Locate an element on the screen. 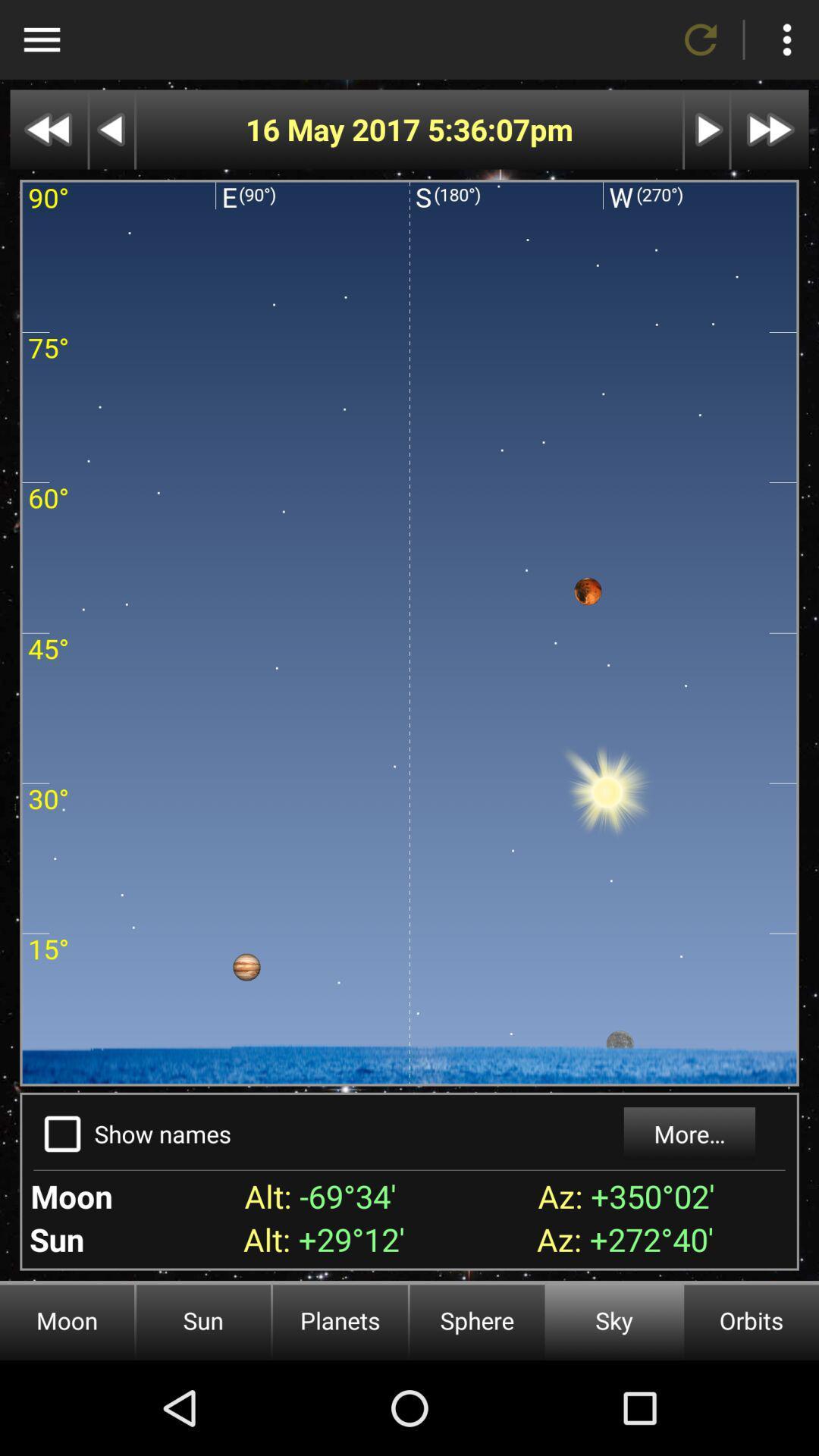 This screenshot has width=819, height=1456. fast forward is located at coordinates (770, 130).